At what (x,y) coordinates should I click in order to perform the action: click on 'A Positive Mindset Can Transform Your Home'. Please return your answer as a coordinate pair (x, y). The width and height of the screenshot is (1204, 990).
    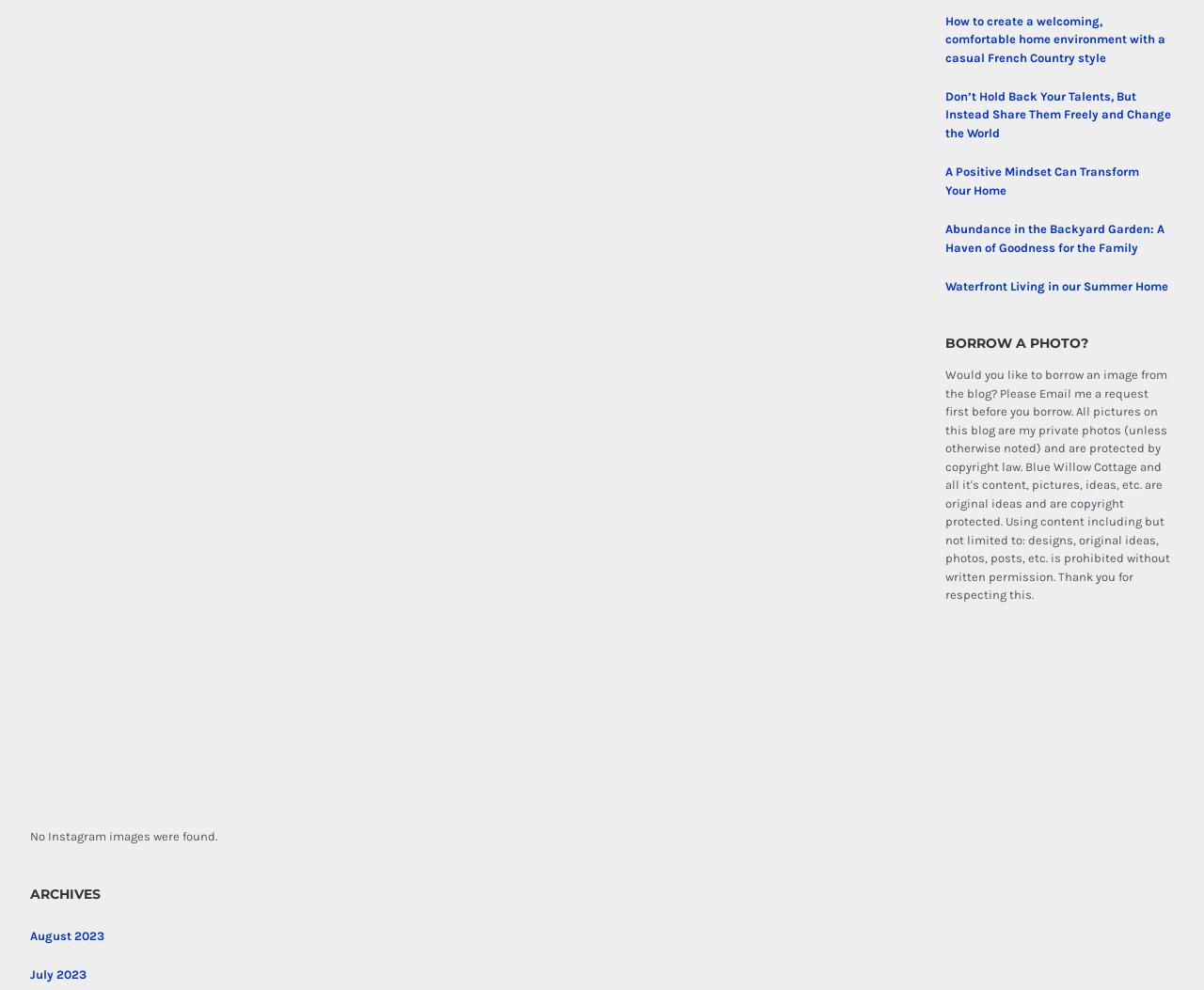
    Looking at the image, I should click on (944, 179).